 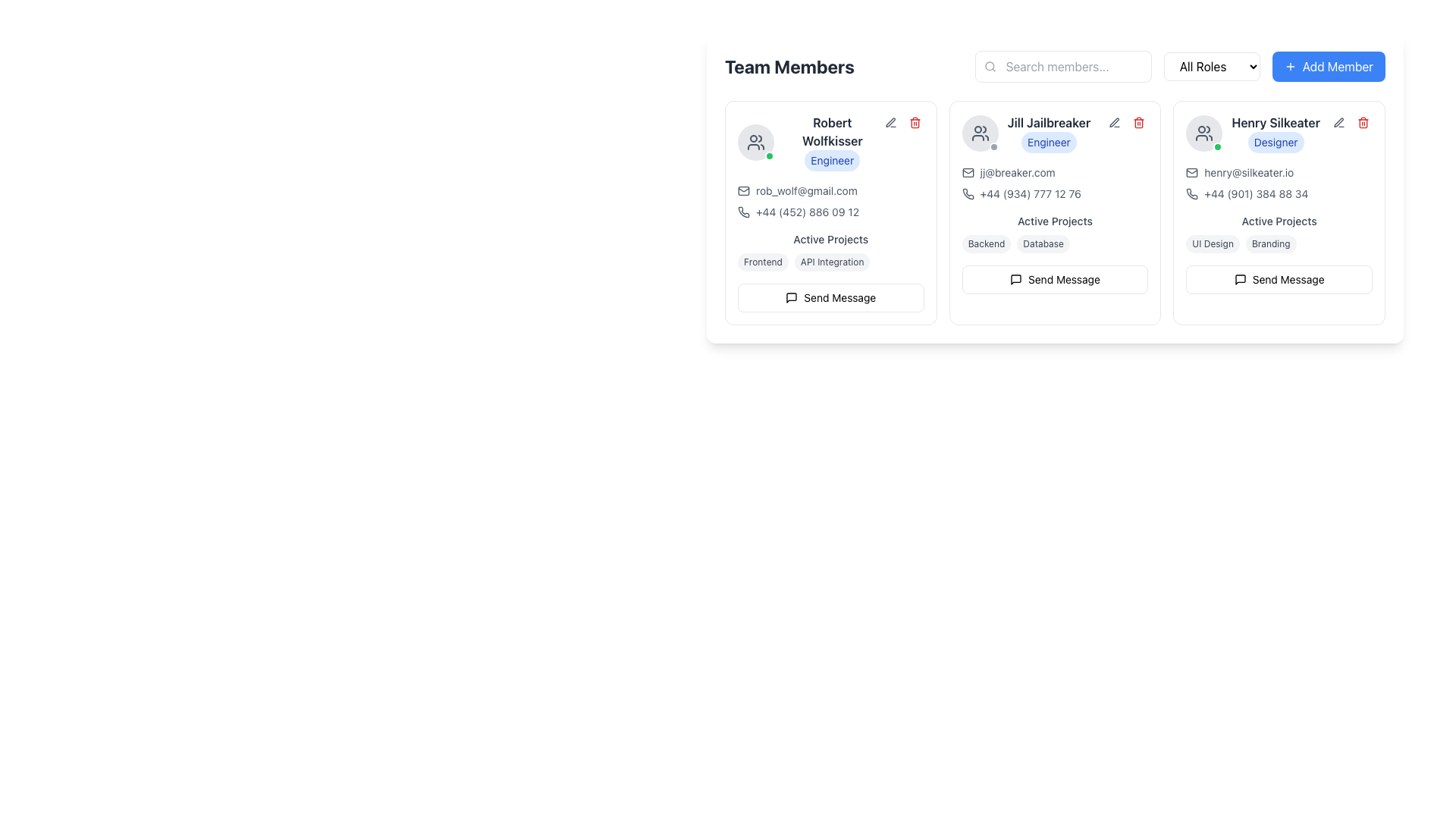 I want to click on the SVG graphical icon that signifies the email address, located to the left of 'rob_wolf@gmail.com' in the 'Team Members' card for 'Robert Wolfkisser', so click(x=743, y=190).